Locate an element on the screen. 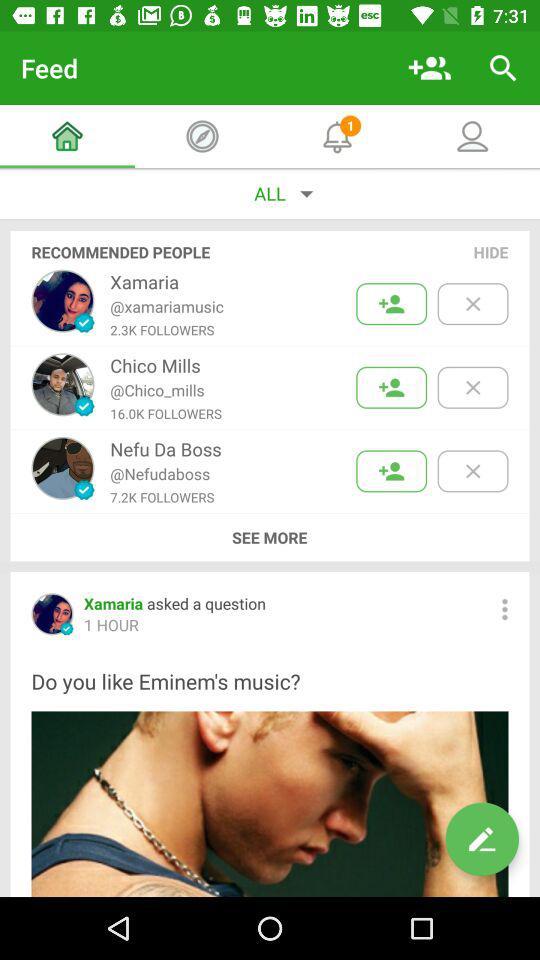  icon next to recommended people is located at coordinates (490, 251).